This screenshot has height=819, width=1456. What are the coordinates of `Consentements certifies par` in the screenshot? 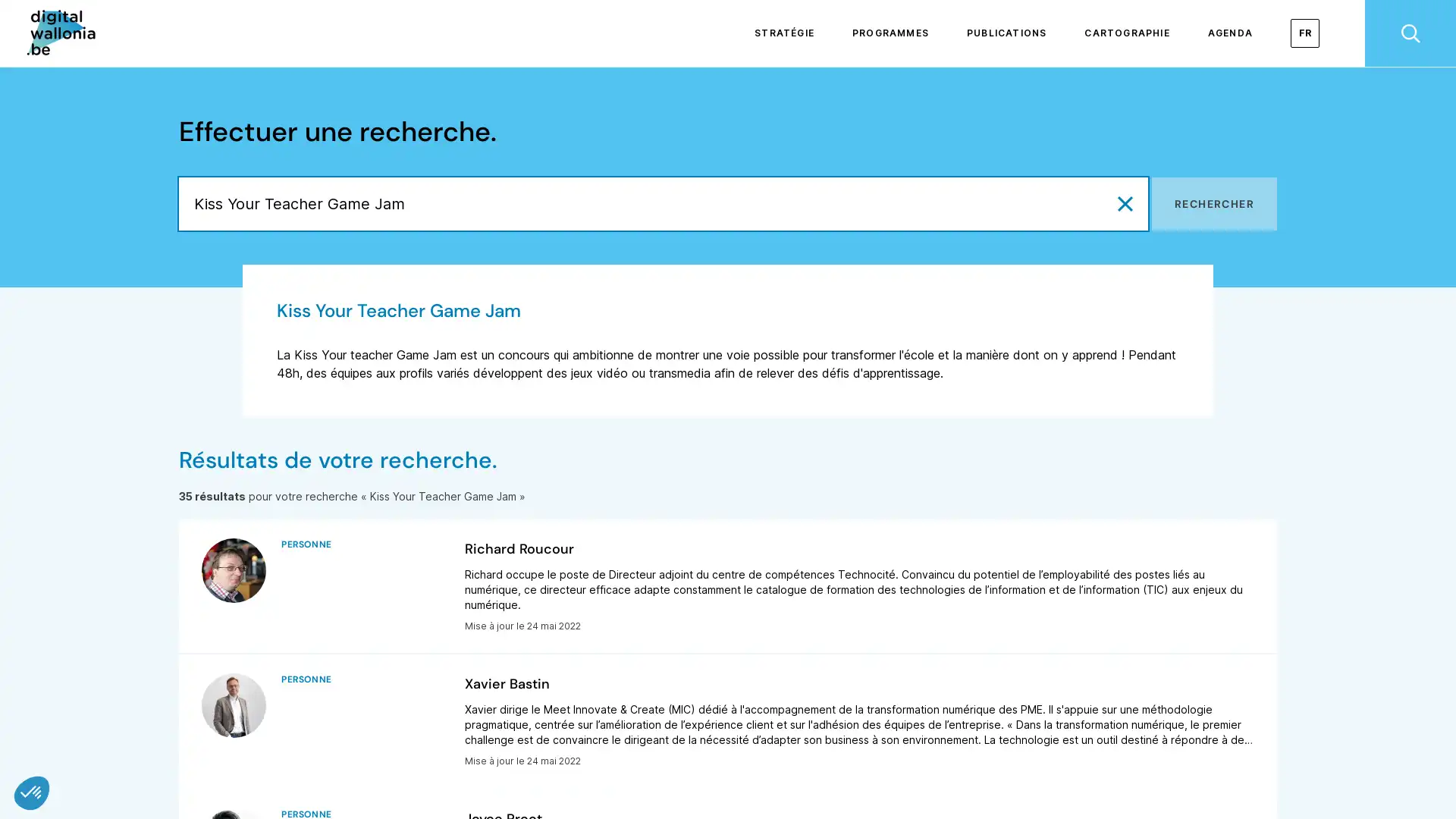 It's located at (174, 716).